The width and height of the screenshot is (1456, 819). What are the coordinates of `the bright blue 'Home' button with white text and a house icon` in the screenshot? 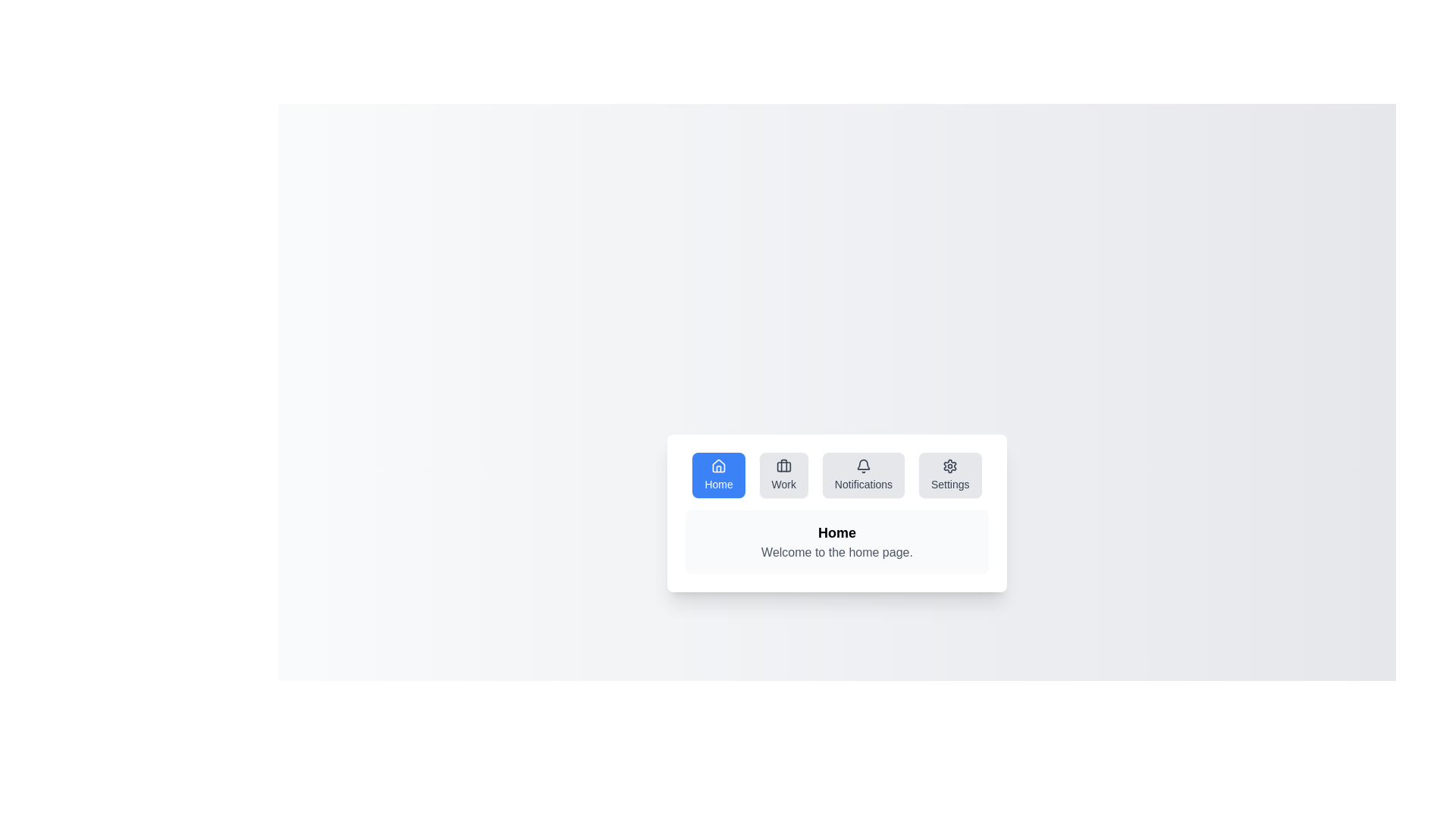 It's located at (718, 475).